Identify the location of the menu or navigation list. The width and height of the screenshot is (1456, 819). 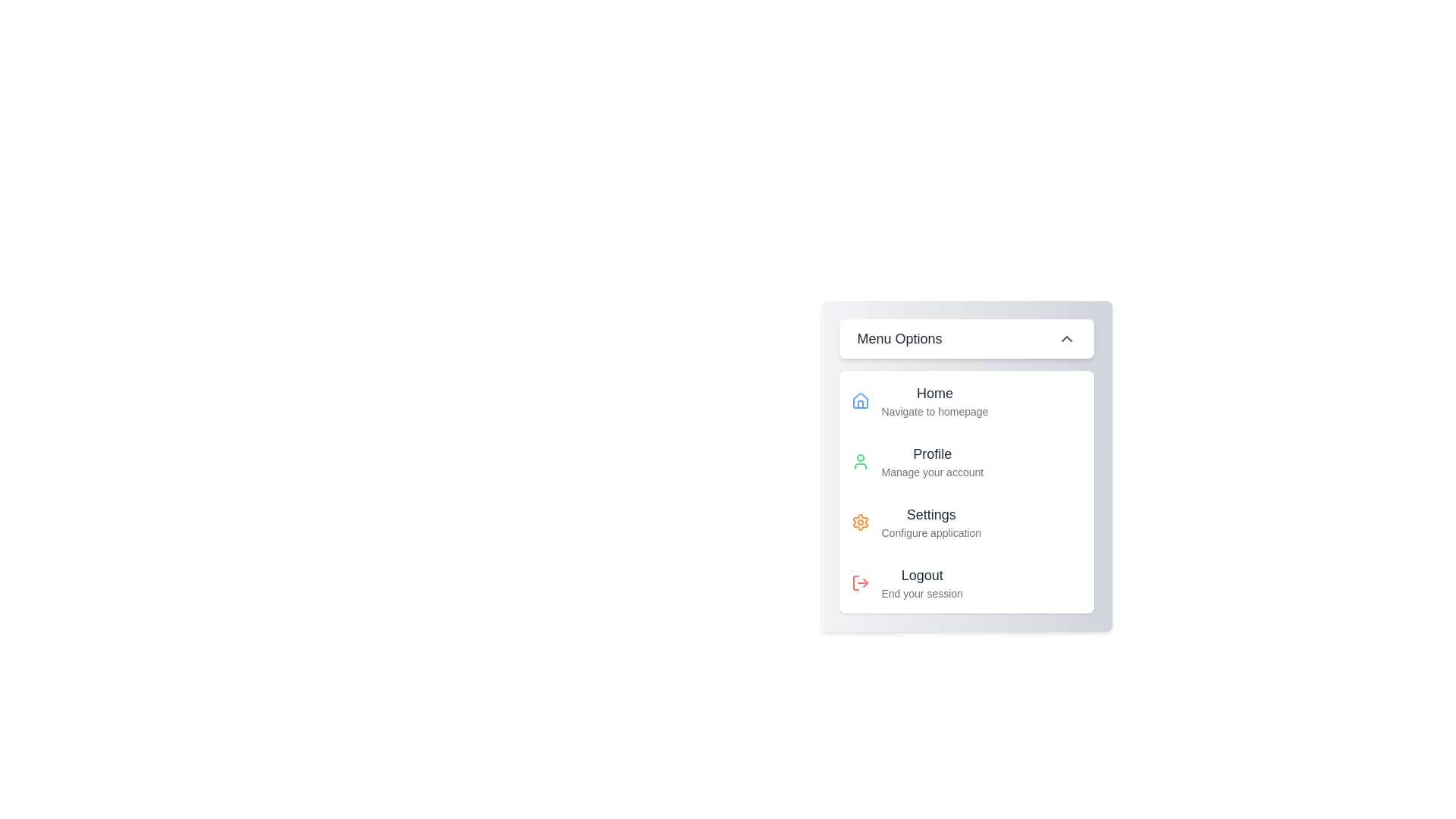
(965, 491).